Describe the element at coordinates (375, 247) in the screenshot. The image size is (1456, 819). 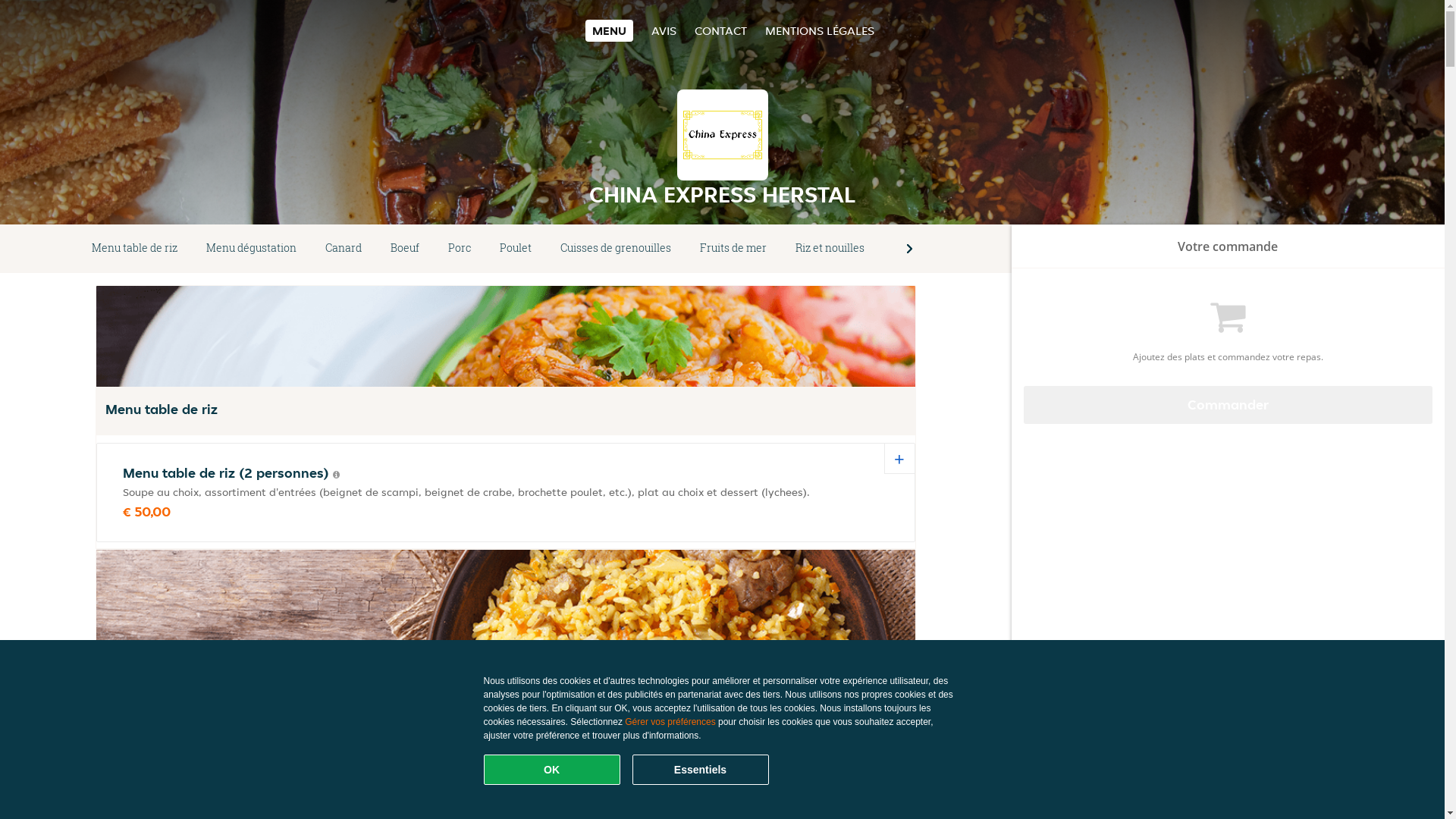
I see `'Boeuf'` at that location.